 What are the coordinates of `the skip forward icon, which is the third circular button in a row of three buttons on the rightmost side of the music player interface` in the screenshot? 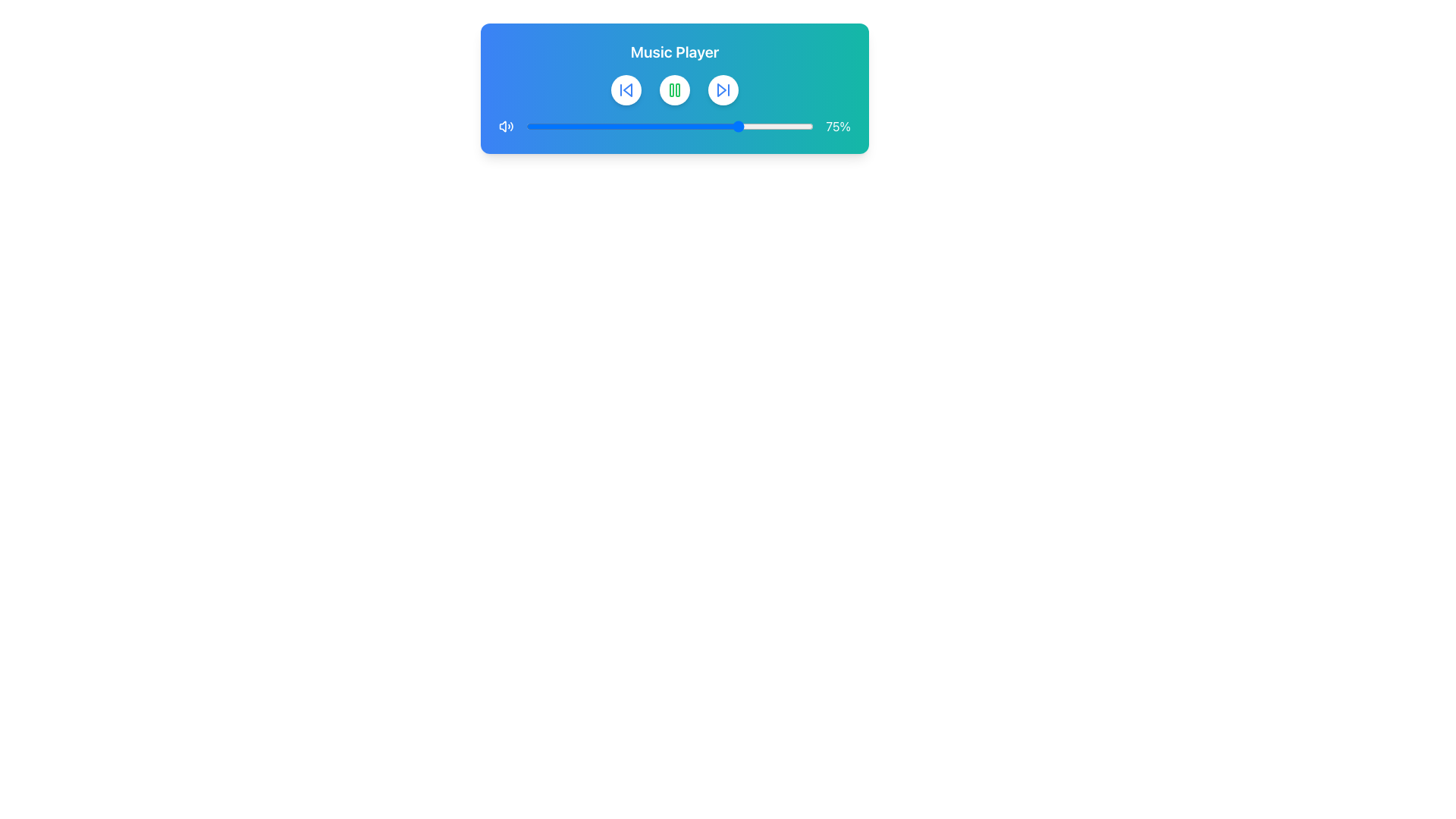 It's located at (723, 90).